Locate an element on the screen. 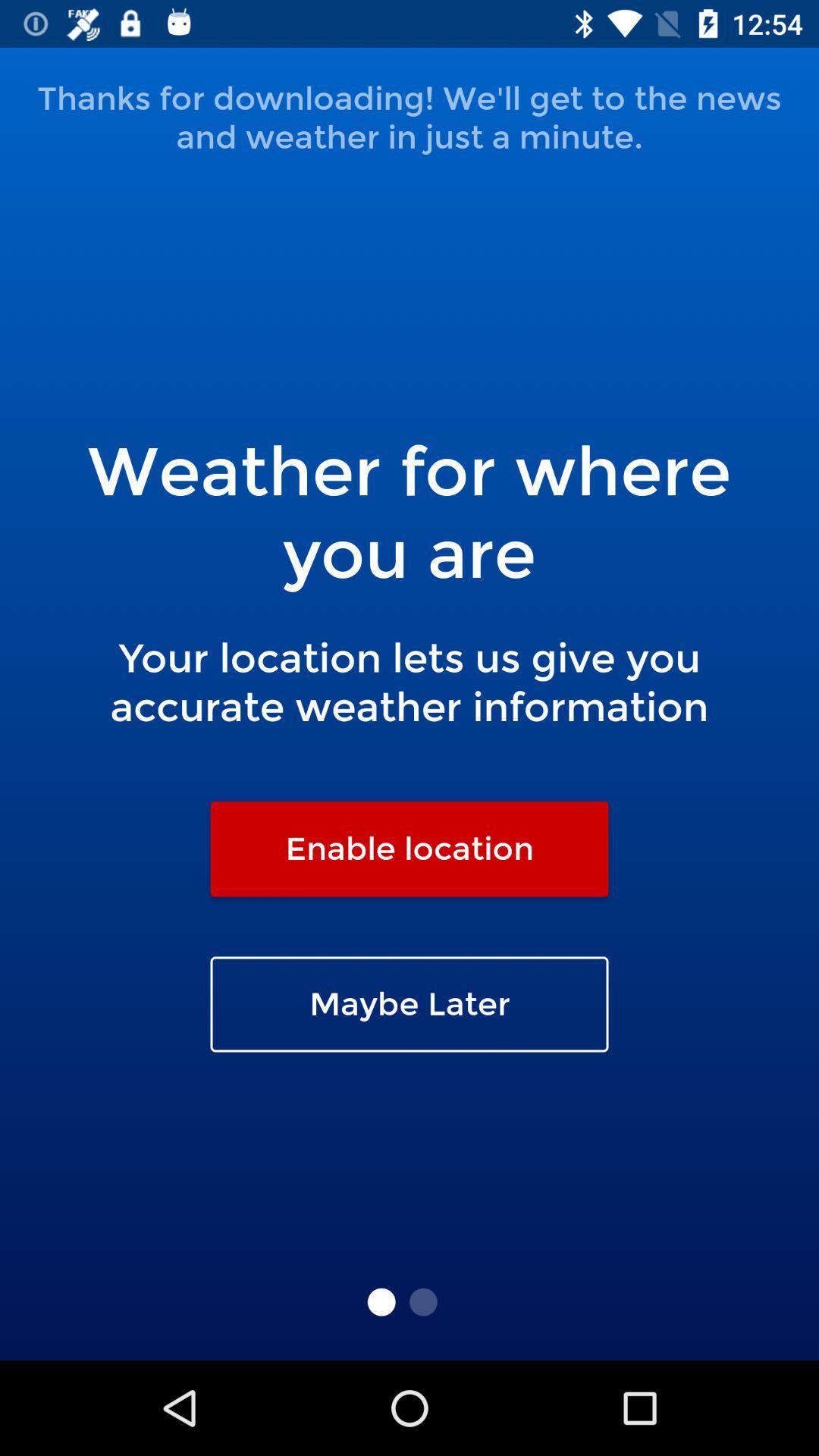 The height and width of the screenshot is (1456, 819). enable location icon is located at coordinates (409, 848).